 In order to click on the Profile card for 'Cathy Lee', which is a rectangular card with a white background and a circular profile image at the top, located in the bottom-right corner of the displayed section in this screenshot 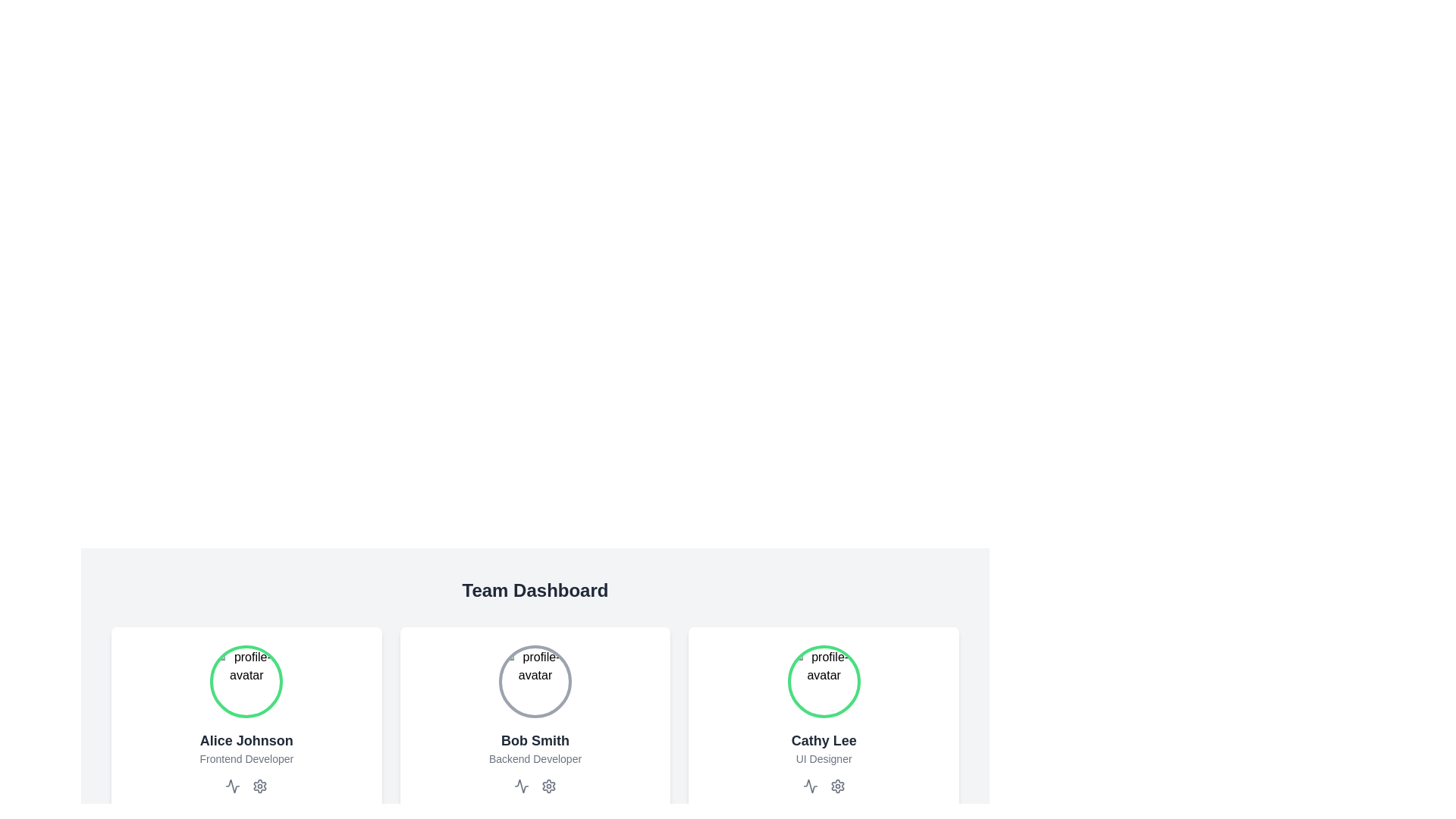, I will do `click(823, 718)`.